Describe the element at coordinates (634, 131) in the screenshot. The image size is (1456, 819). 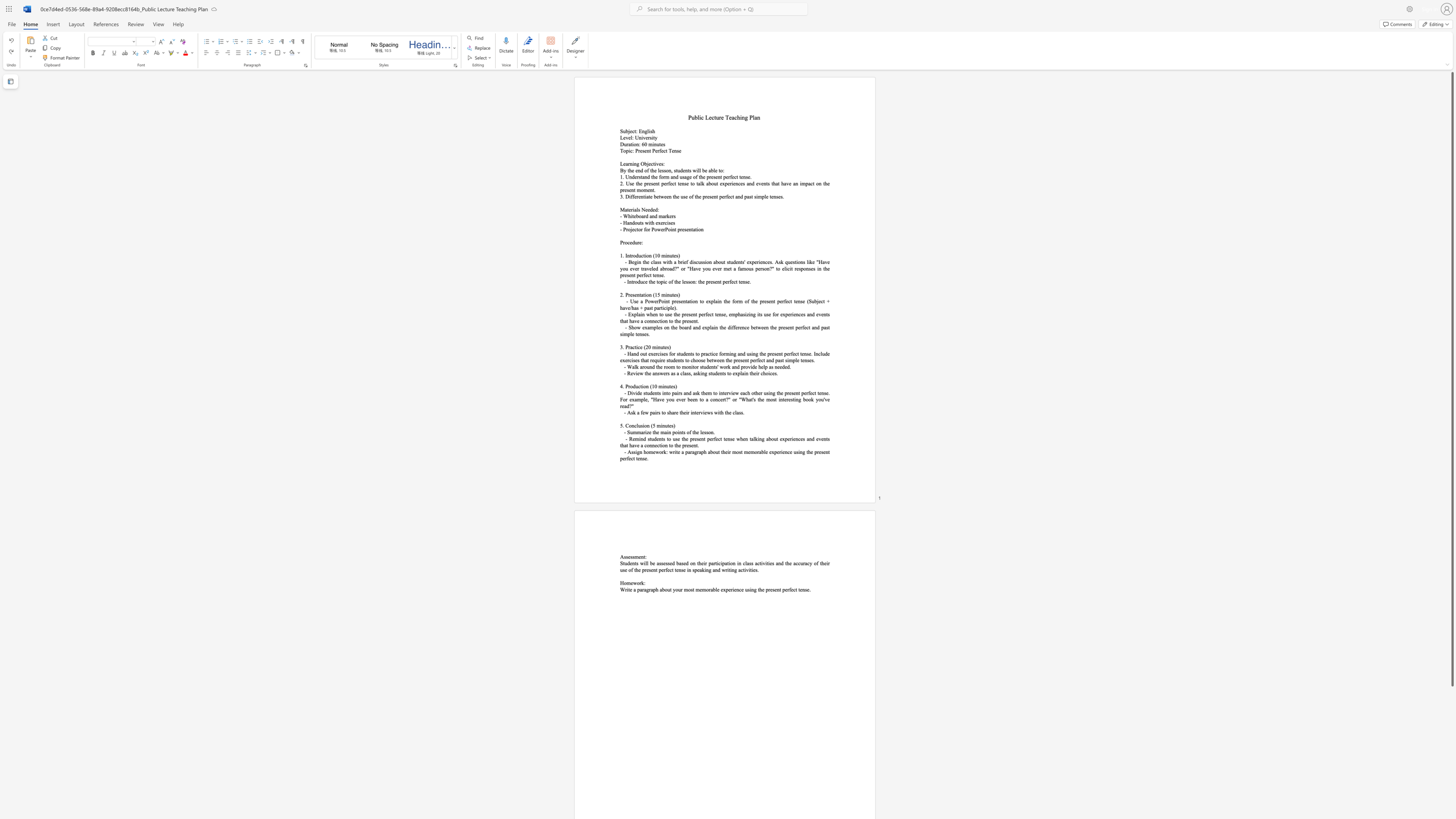
I see `the space between the continuous character "c" and "t" in the text` at that location.